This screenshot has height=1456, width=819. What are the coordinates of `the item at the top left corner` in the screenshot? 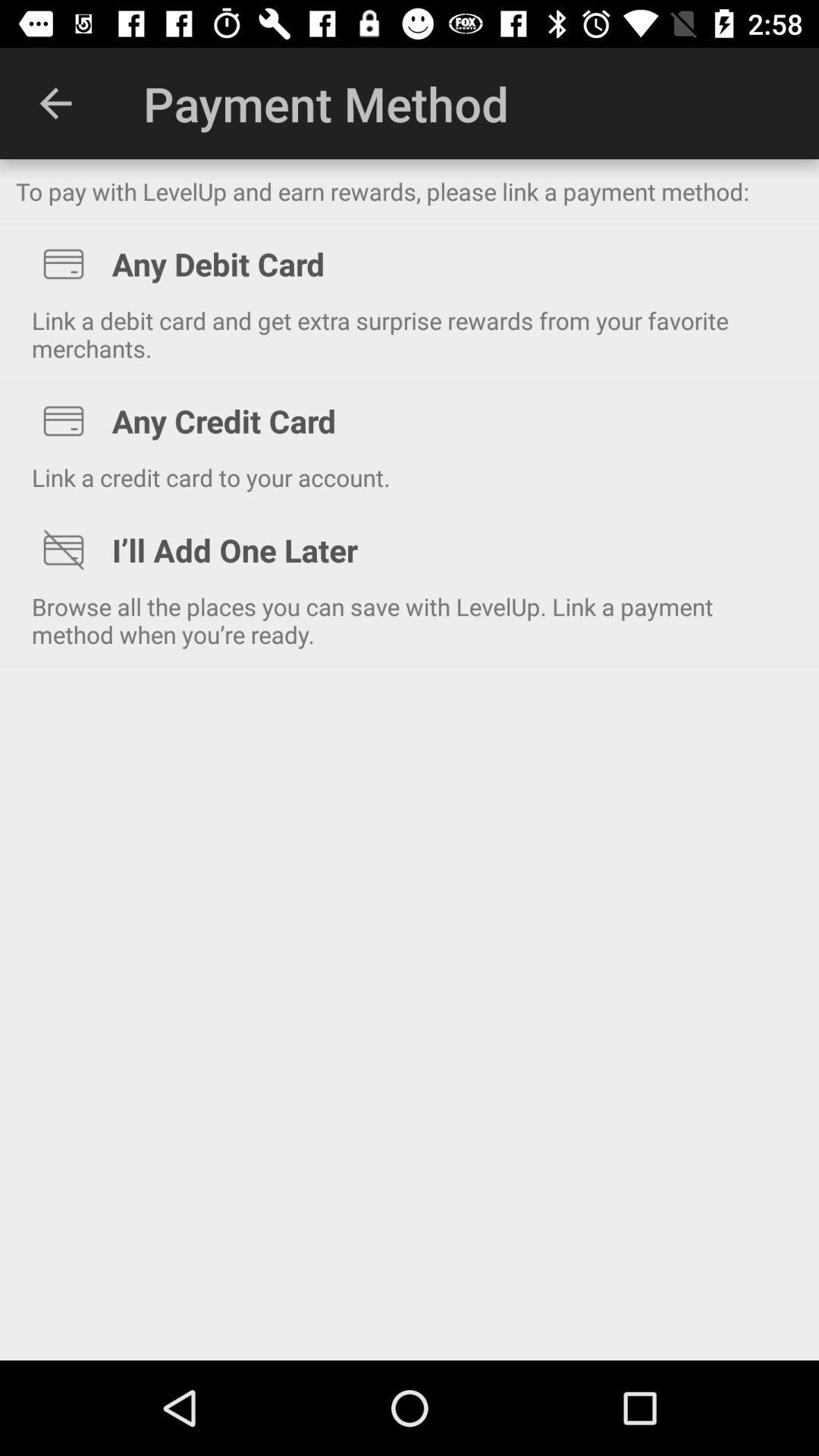 It's located at (55, 102).